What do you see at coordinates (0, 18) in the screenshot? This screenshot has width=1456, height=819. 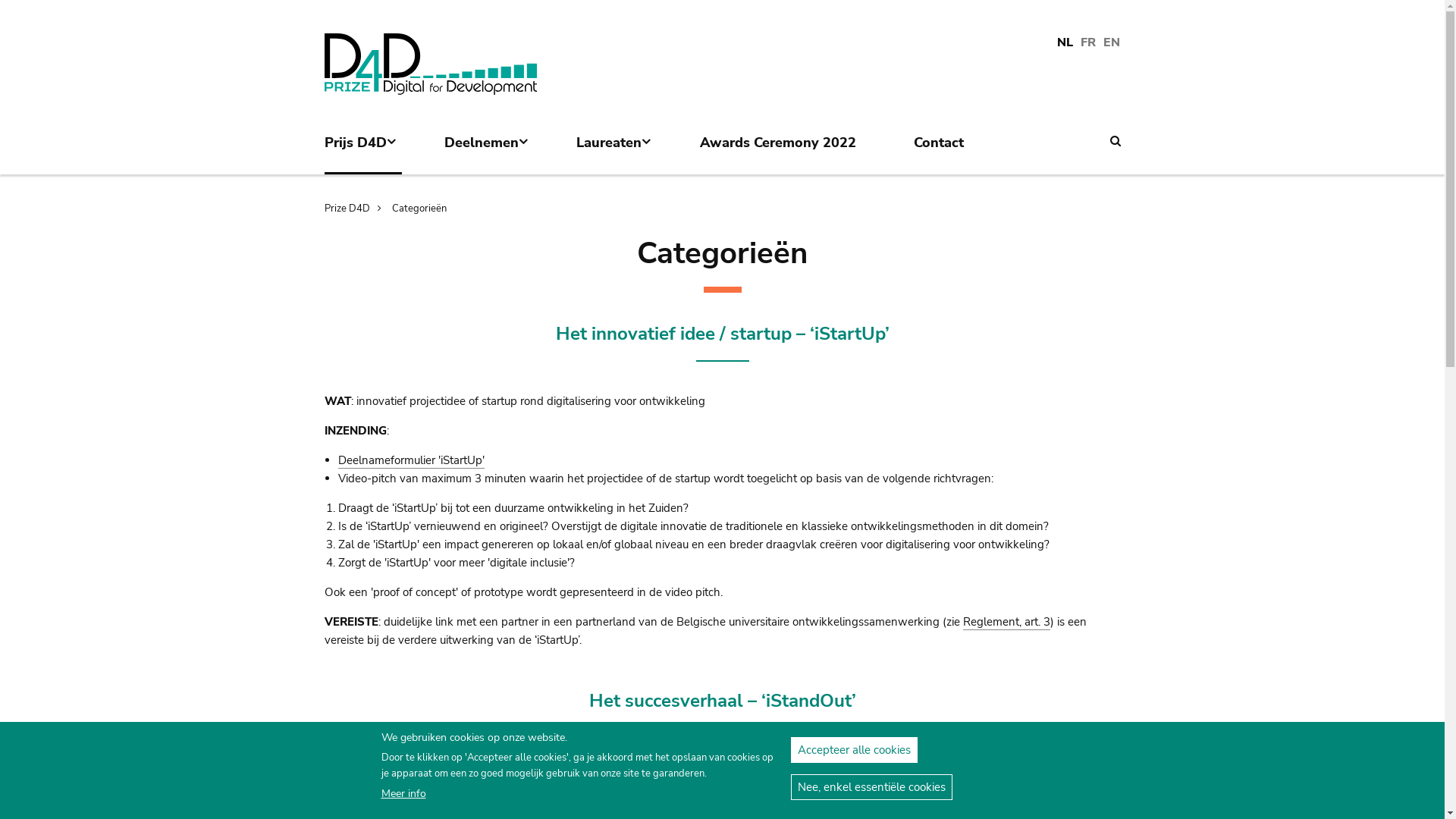 I see `'Skip to main content'` at bounding box center [0, 18].